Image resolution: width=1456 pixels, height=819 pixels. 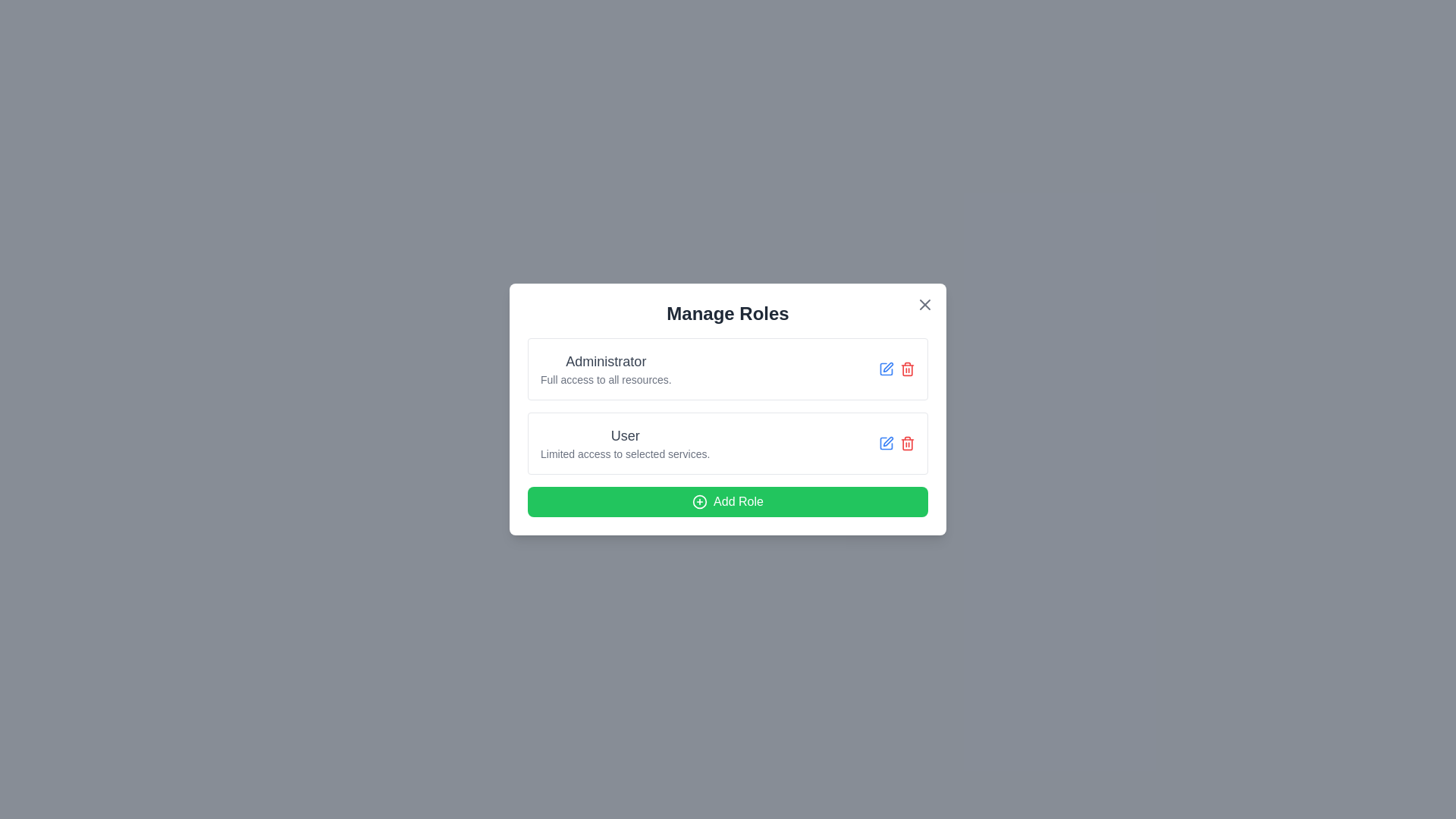 What do you see at coordinates (888, 441) in the screenshot?
I see `the pen-like icon located to the left of the trash bin icon within the editing options area of the 'User' entry to initiate an edit action` at bounding box center [888, 441].